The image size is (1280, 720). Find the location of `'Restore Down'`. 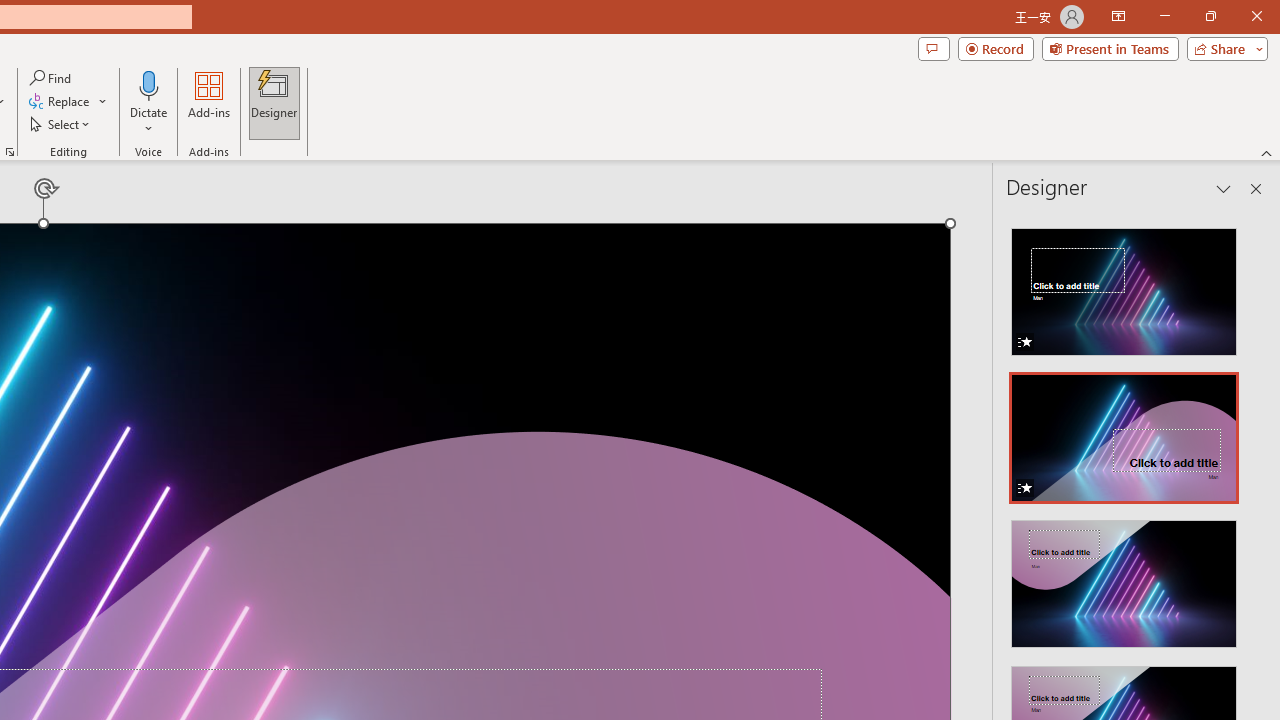

'Restore Down' is located at coordinates (1209, 16).